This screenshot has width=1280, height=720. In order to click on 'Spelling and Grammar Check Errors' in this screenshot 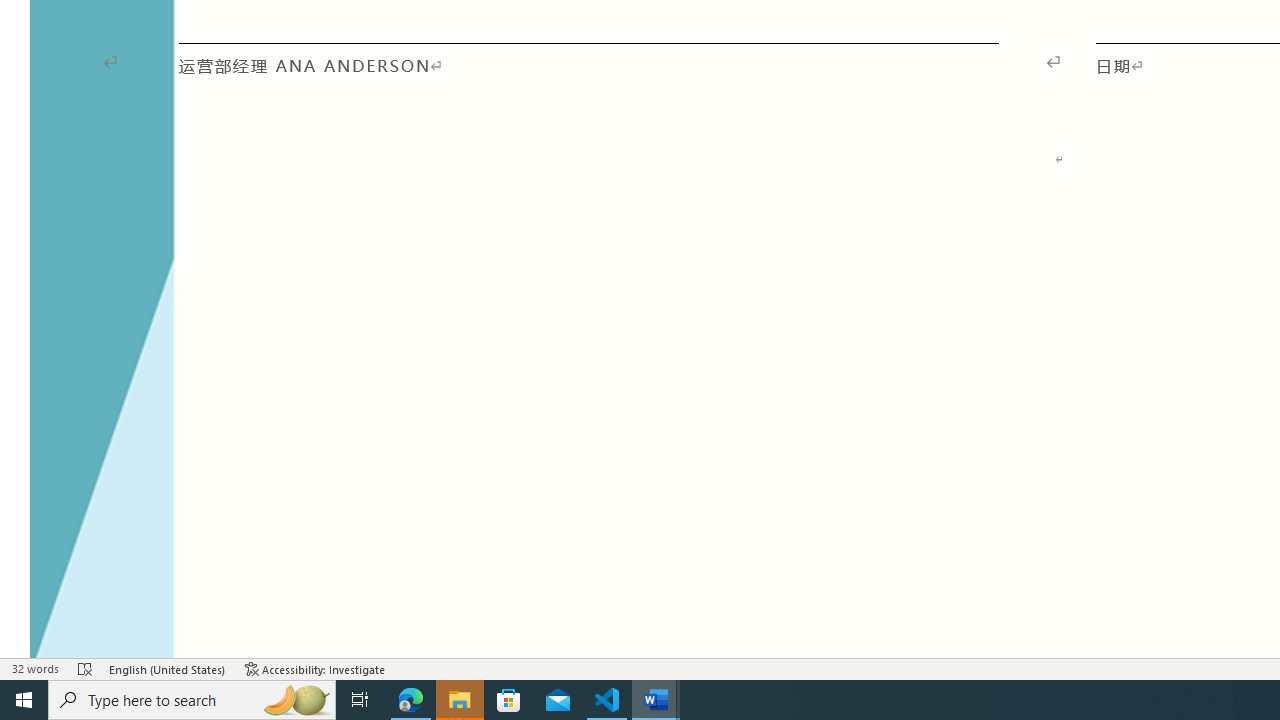, I will do `click(85, 669)`.